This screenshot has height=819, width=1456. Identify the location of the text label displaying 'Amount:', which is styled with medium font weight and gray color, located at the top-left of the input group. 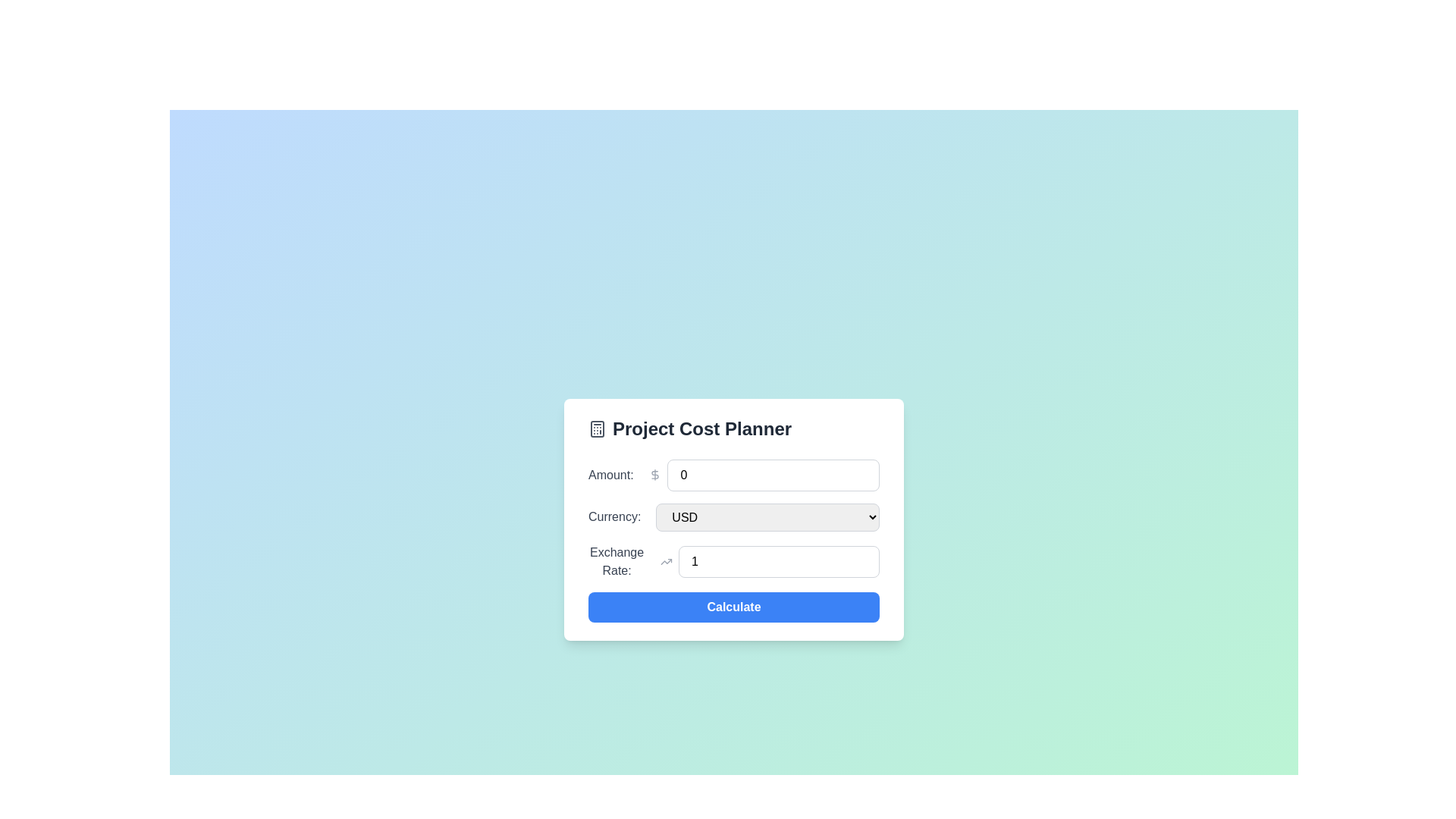
(610, 474).